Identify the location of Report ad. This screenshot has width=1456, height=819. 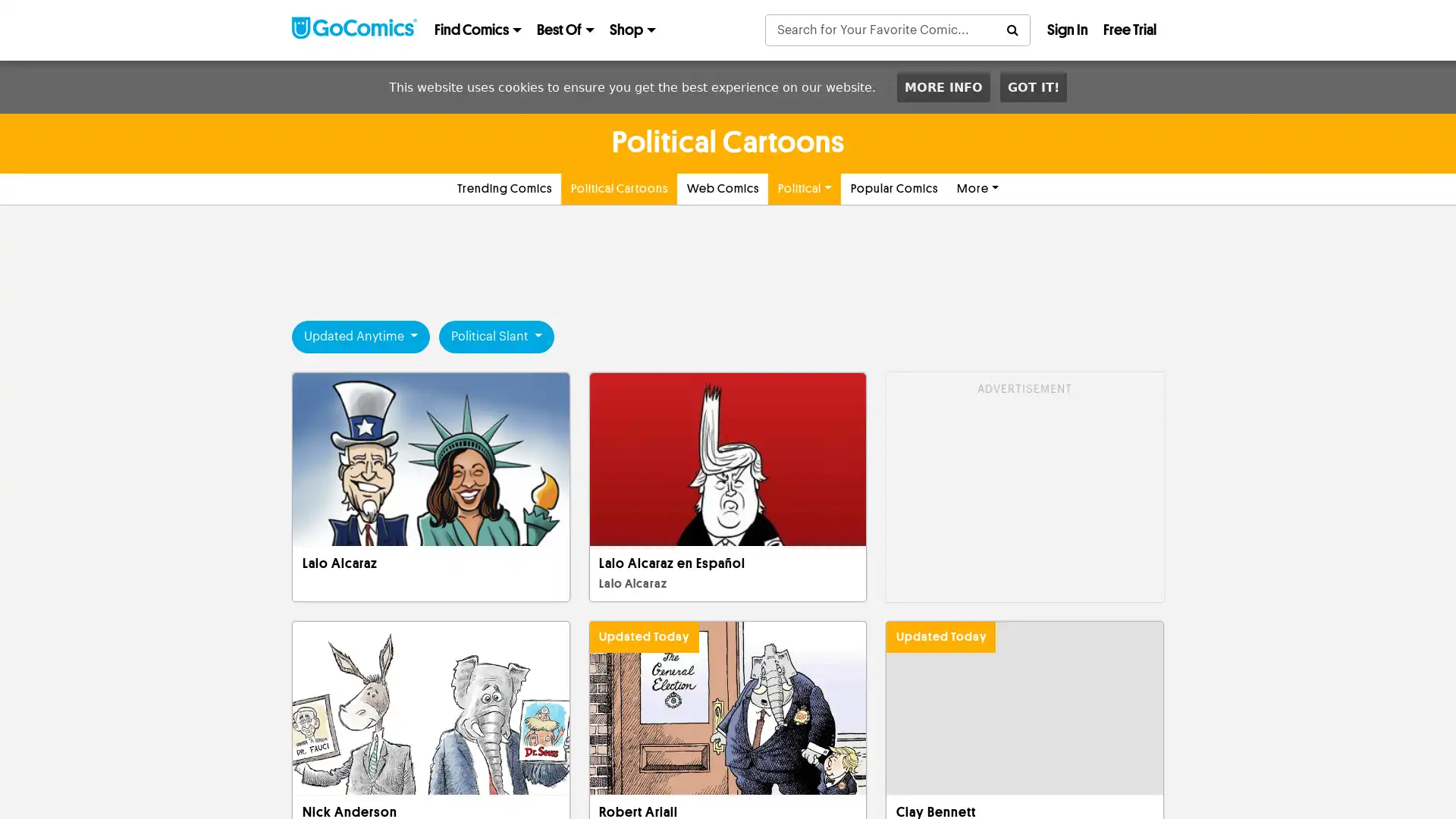
(1069, 422).